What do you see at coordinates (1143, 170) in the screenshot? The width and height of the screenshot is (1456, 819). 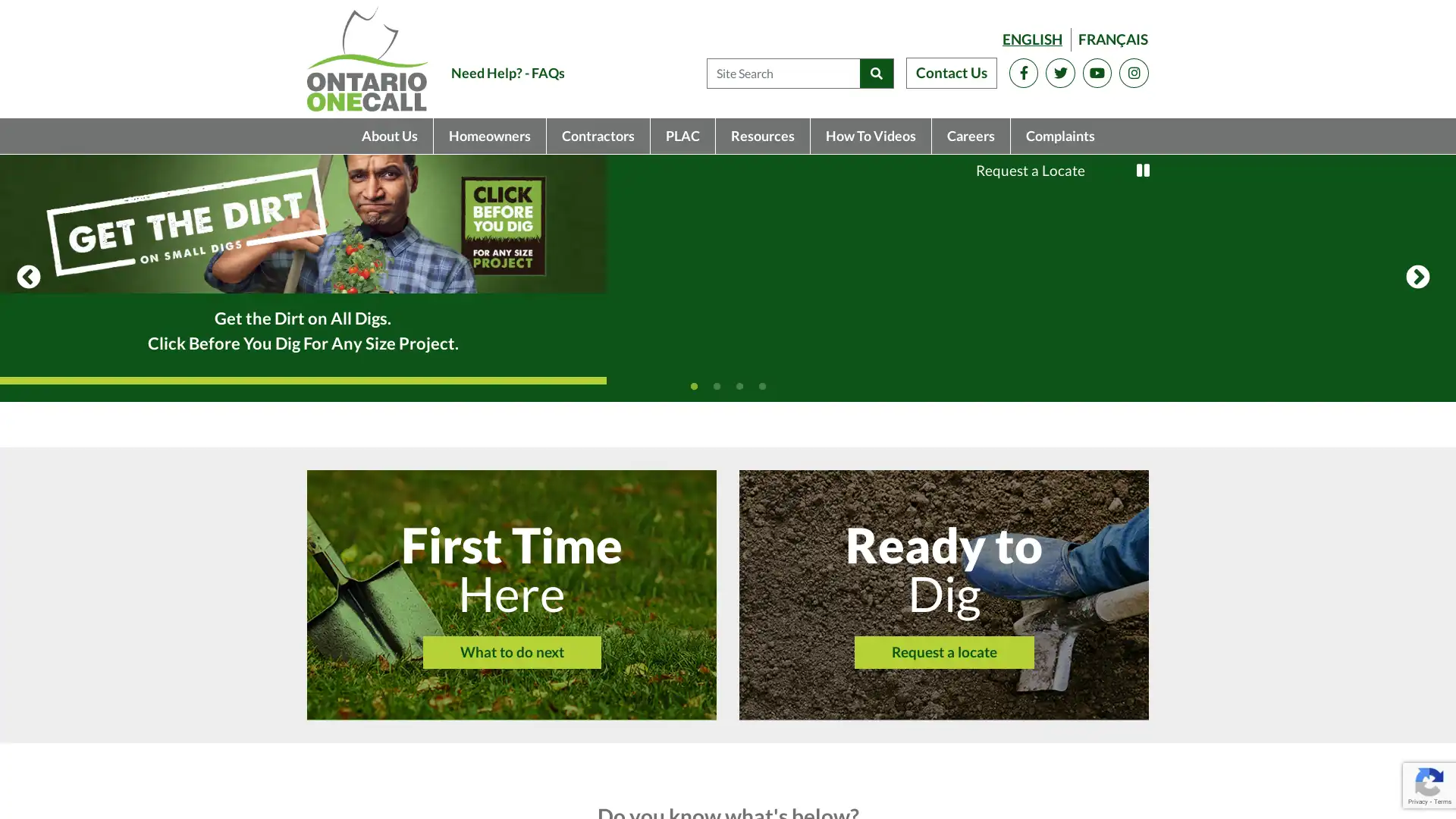 I see `Pause playback` at bounding box center [1143, 170].